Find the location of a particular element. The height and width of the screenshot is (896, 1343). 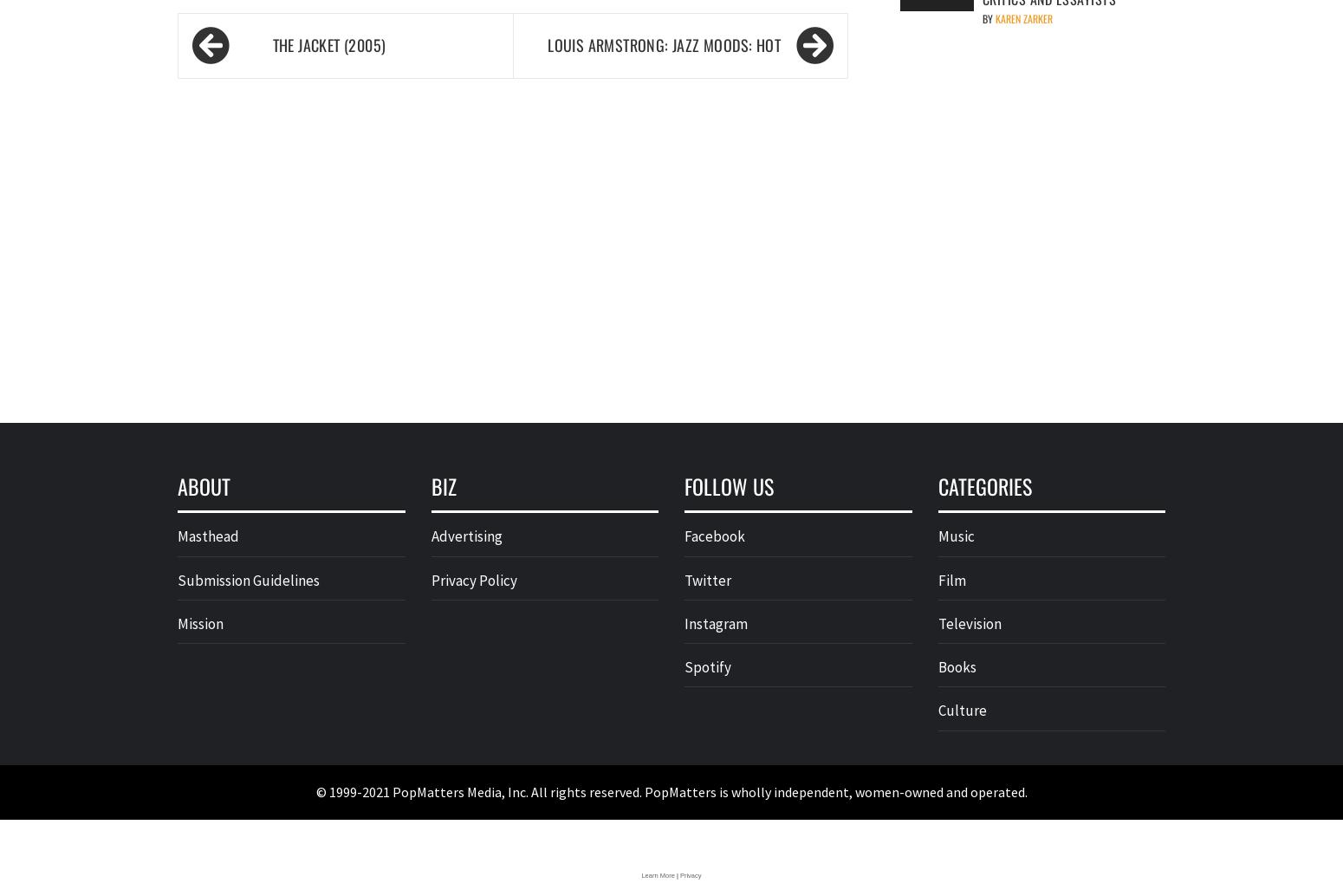

'Books' is located at coordinates (956, 667).